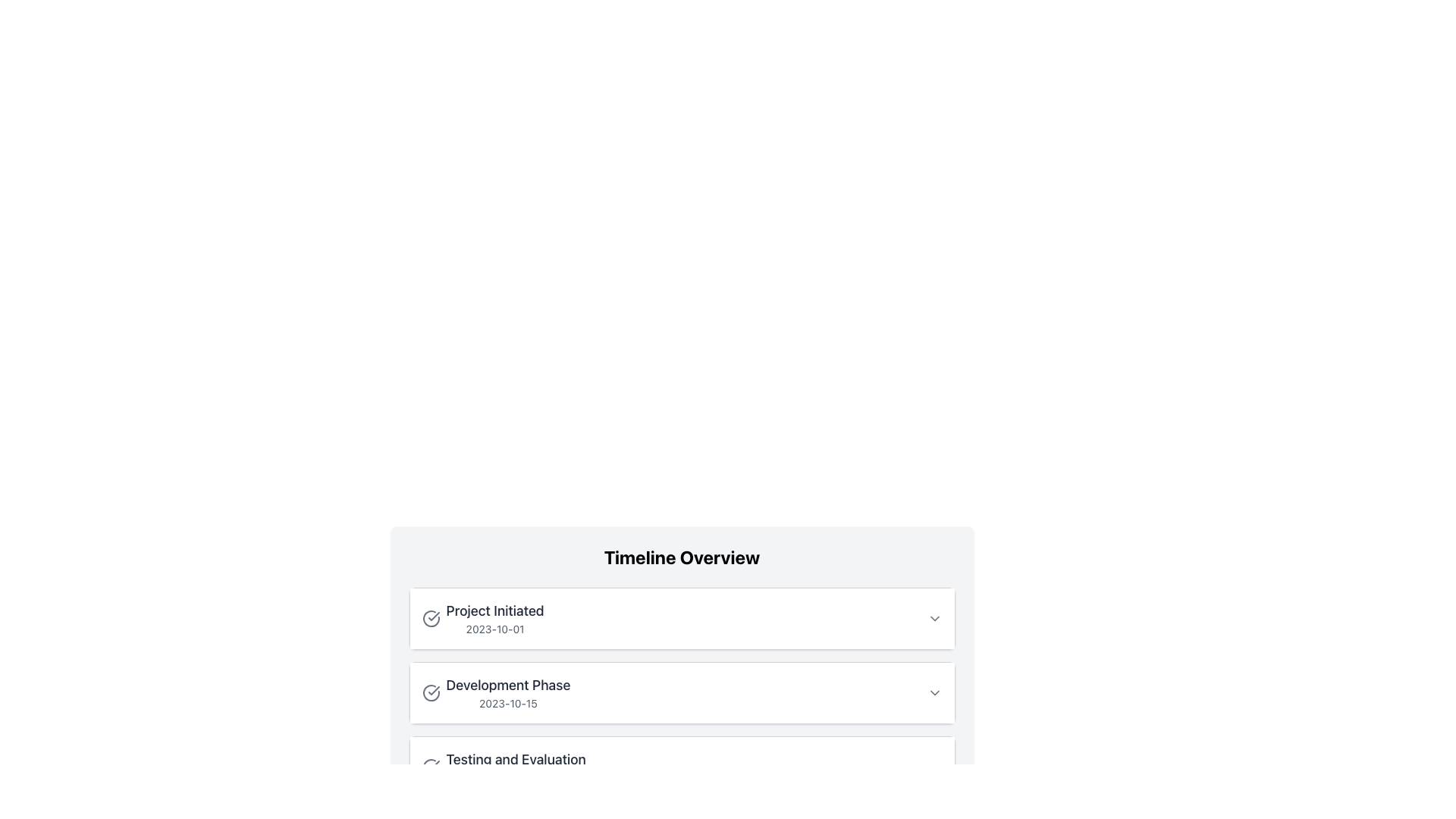  I want to click on the leftmost circular outline of the SVG icon representing 'Project Initiated' in the timeline interface, so click(430, 619).